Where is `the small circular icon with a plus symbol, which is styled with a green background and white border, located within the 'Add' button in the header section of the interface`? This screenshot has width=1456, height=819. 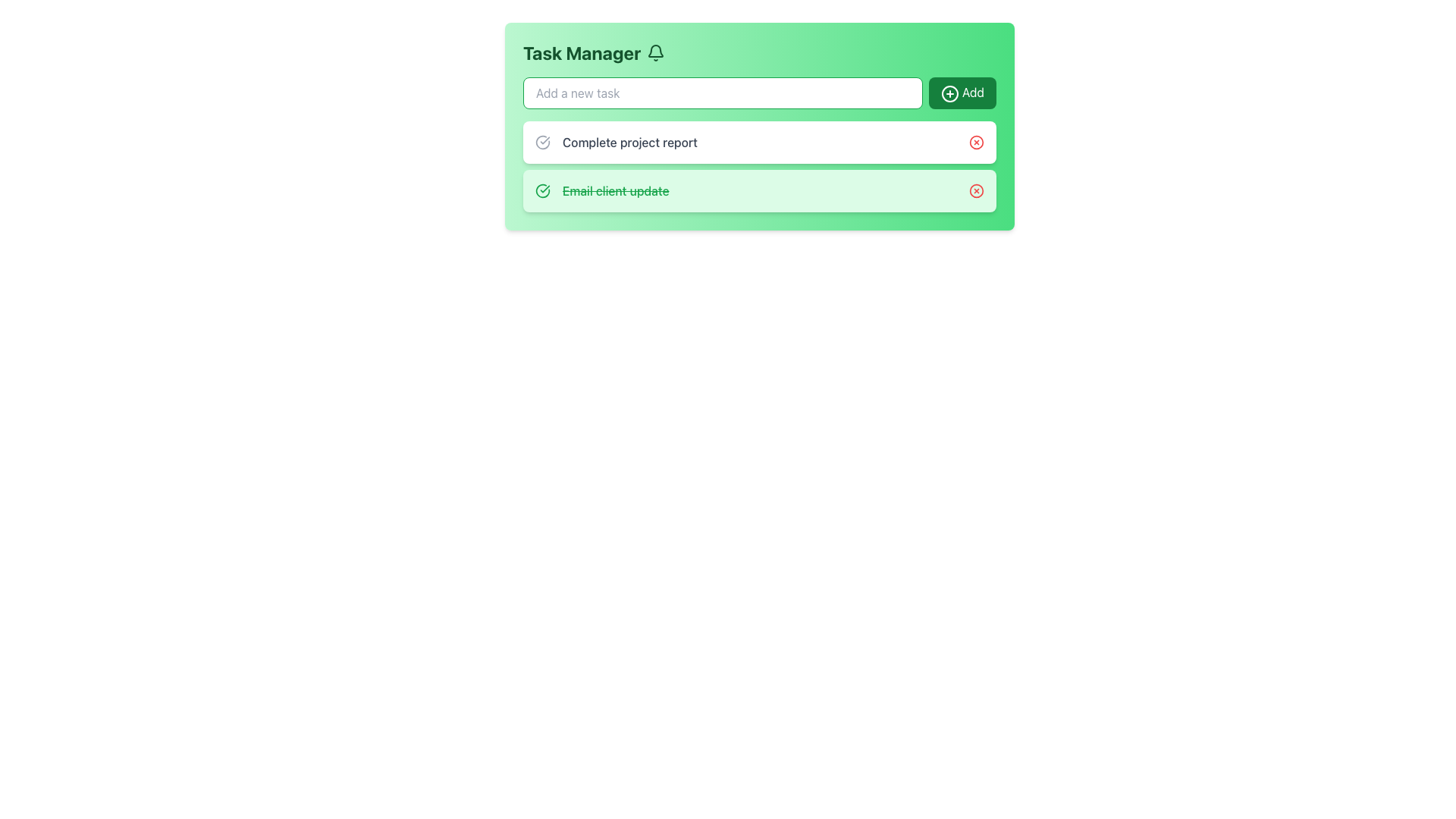 the small circular icon with a plus symbol, which is styled with a green background and white border, located within the 'Add' button in the header section of the interface is located at coordinates (949, 93).